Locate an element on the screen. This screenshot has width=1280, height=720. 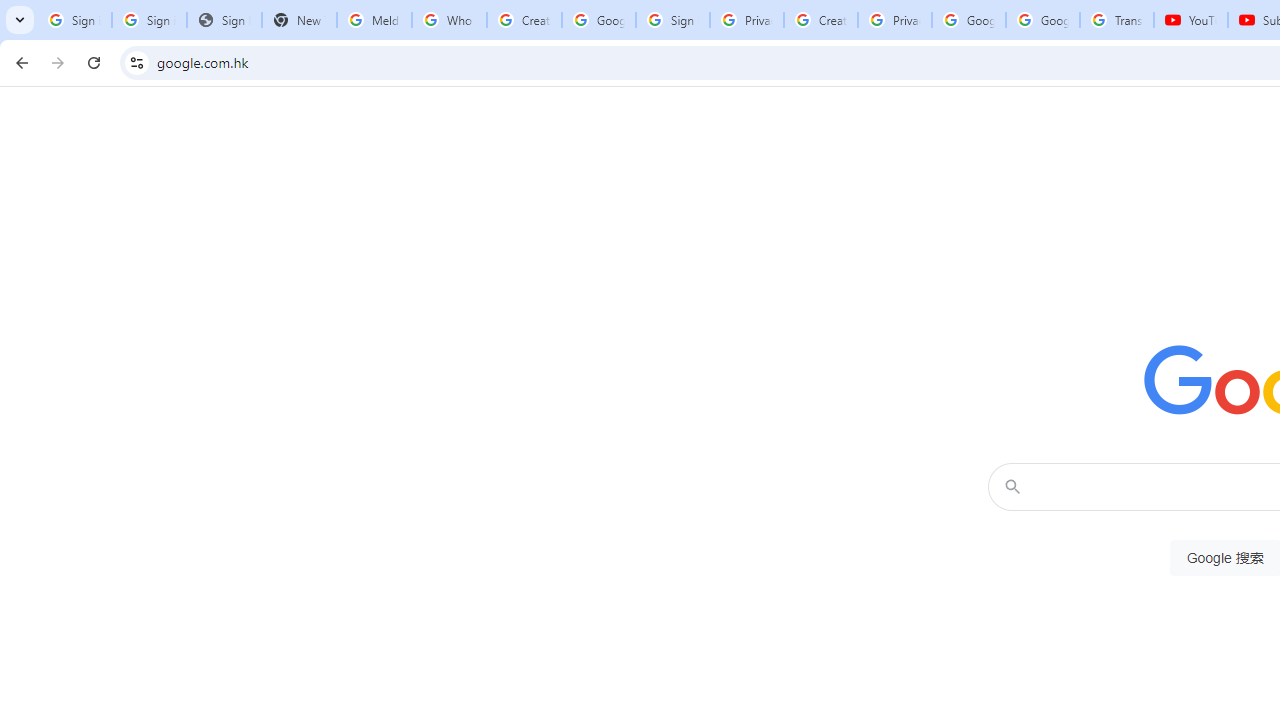
'Sign In - USA TODAY' is located at coordinates (224, 20).